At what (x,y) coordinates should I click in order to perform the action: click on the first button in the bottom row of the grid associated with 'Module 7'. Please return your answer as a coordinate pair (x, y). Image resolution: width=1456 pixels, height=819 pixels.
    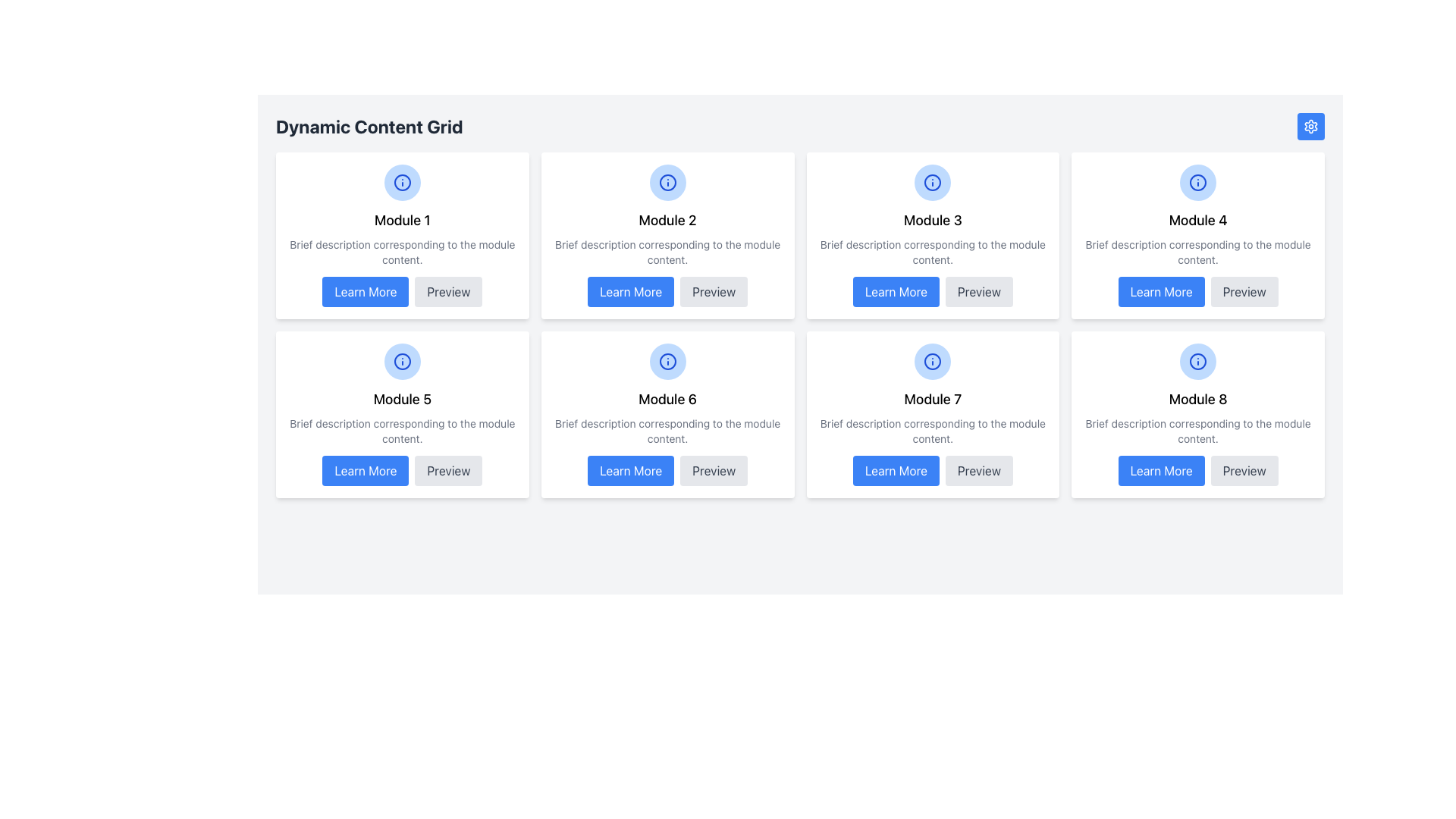
    Looking at the image, I should click on (896, 470).